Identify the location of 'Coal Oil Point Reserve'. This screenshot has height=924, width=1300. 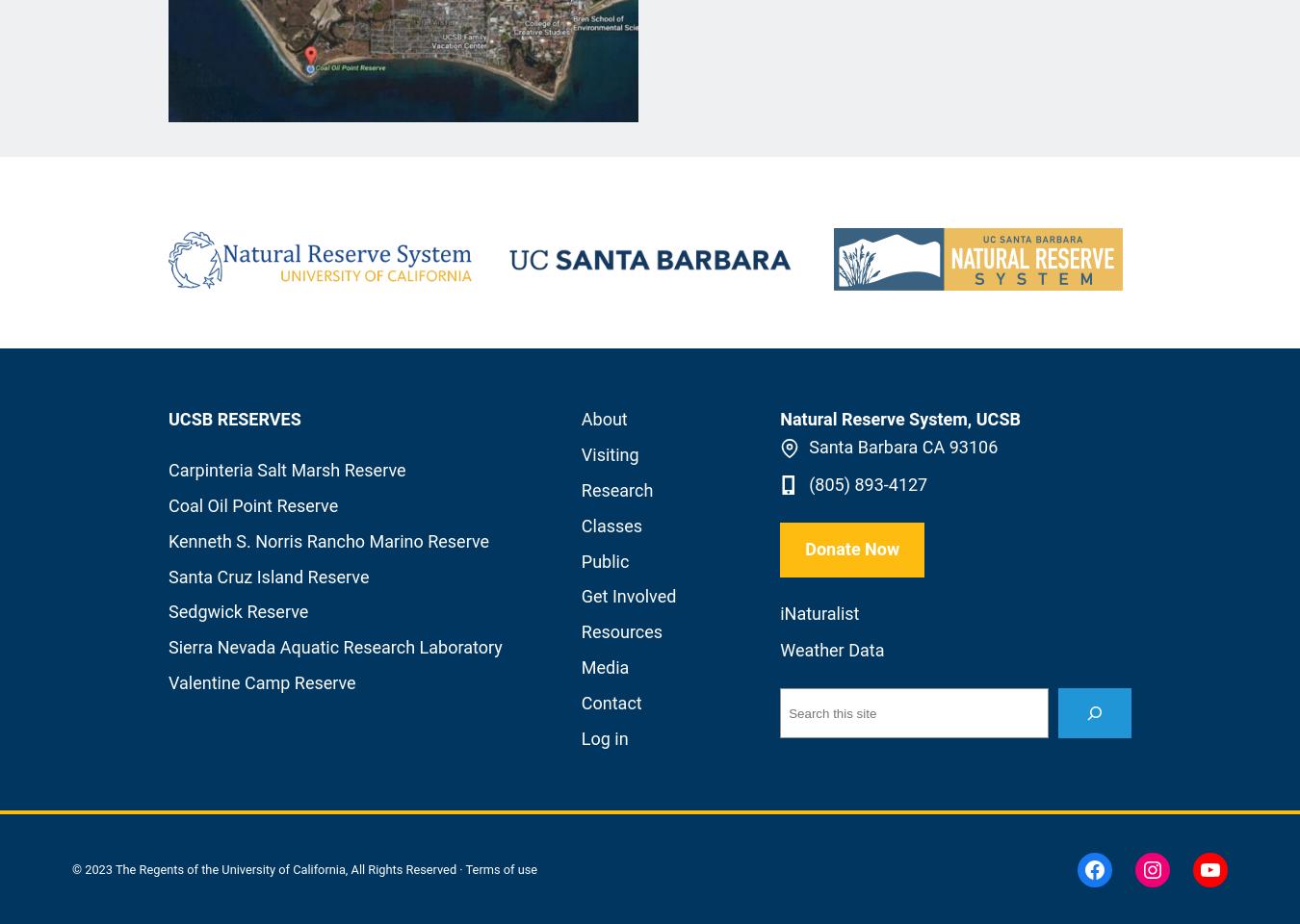
(251, 503).